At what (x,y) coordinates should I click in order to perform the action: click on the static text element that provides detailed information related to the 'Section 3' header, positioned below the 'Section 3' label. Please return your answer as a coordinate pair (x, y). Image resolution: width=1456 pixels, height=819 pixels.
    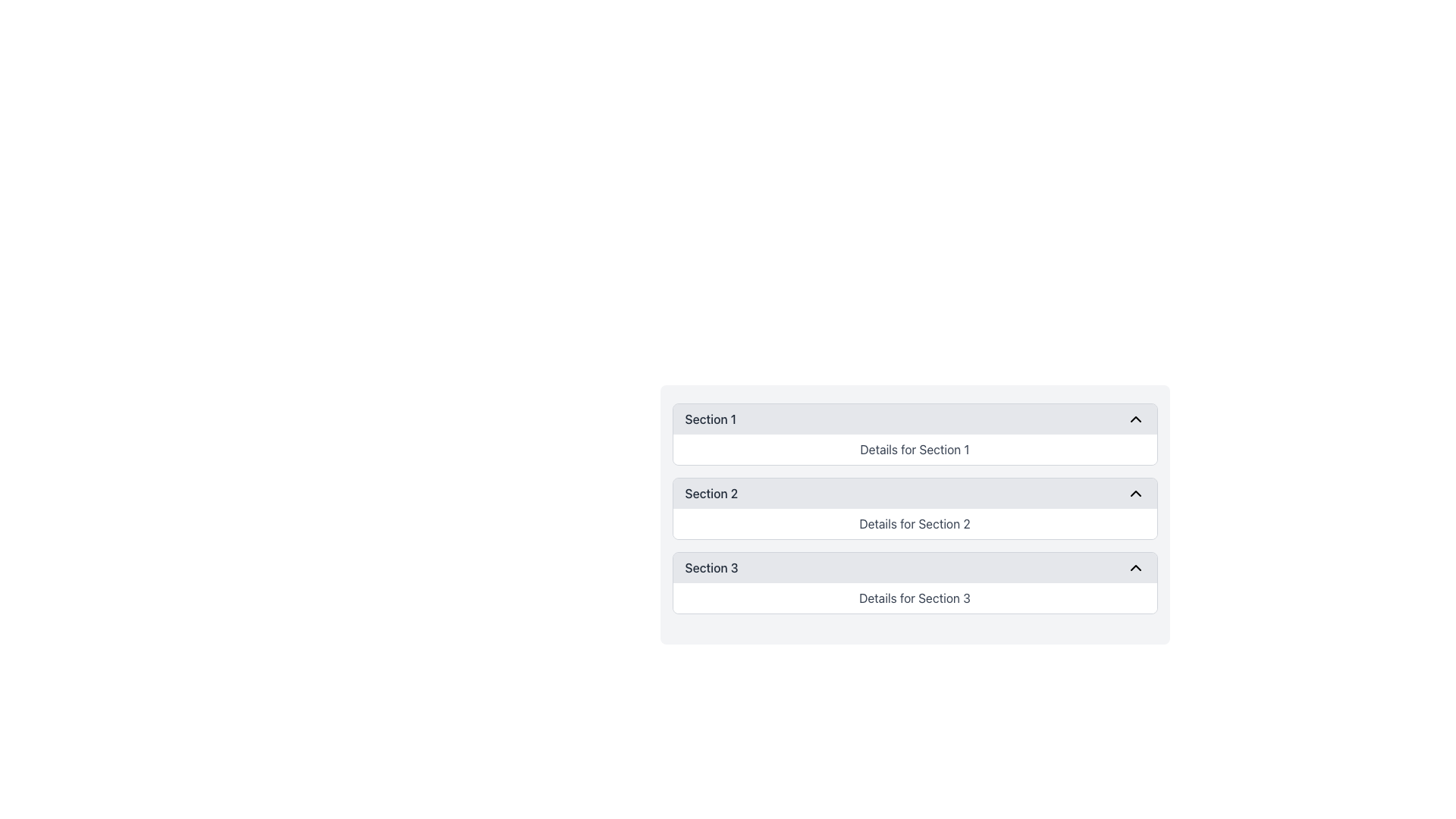
    Looking at the image, I should click on (914, 598).